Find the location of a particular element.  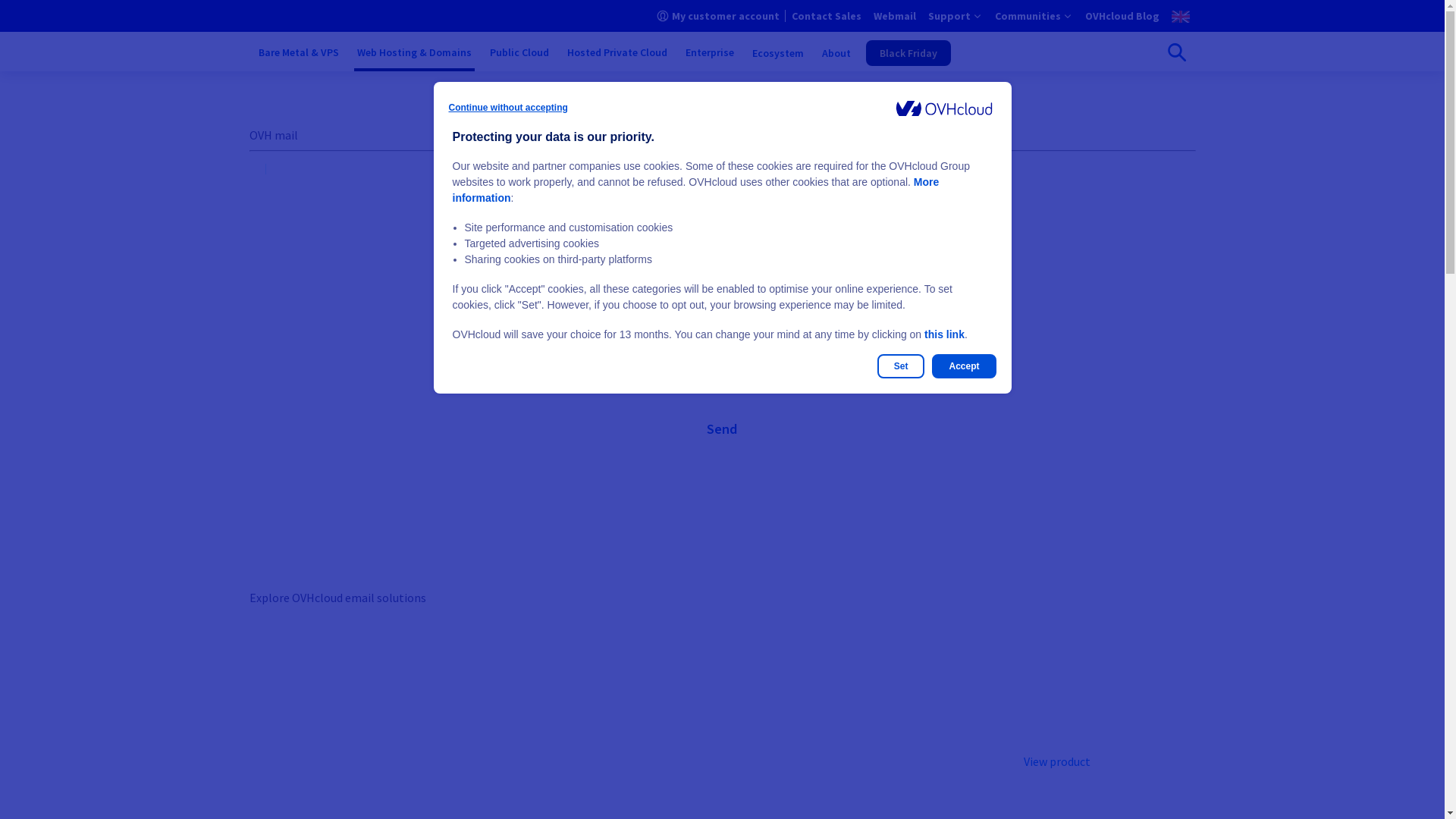

'View product' is located at coordinates (1056, 761).